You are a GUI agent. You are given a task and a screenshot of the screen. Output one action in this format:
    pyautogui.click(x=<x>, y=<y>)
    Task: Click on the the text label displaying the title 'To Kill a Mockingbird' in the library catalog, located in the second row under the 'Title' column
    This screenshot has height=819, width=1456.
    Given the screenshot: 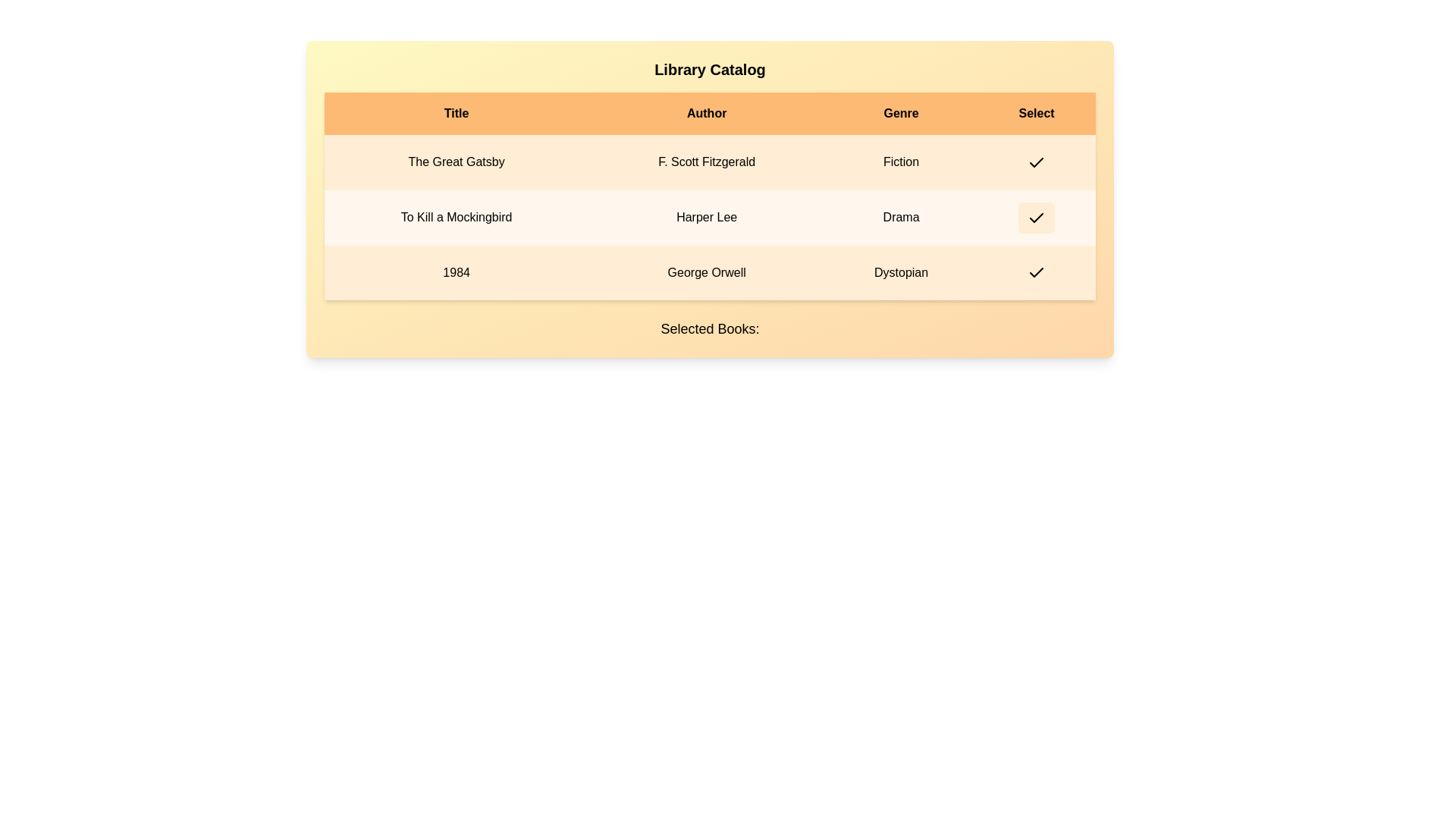 What is the action you would take?
    pyautogui.click(x=456, y=218)
    